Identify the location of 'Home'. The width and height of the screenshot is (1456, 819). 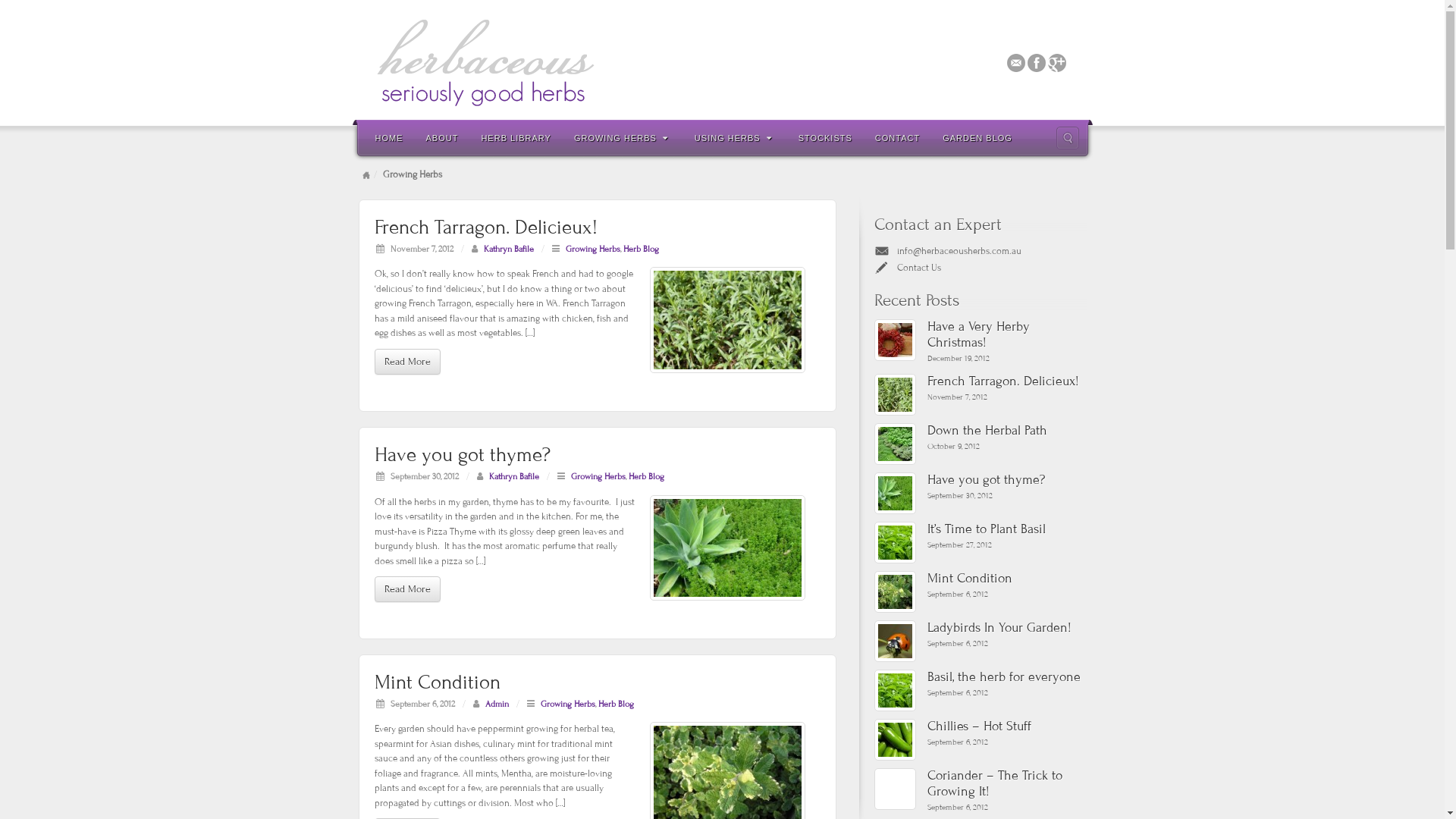
(366, 174).